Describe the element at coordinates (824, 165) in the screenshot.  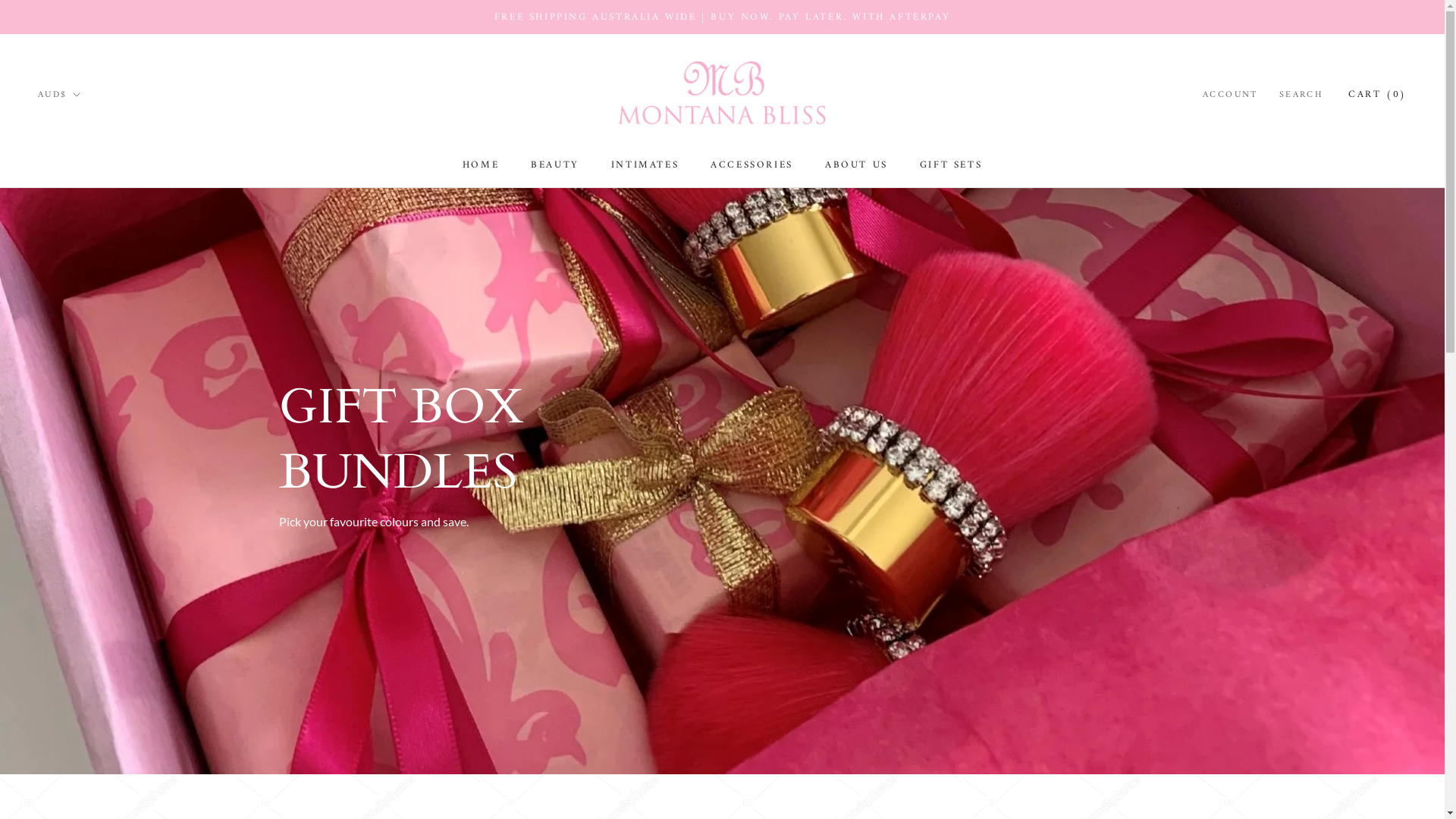
I see `'ABOUT US` at that location.